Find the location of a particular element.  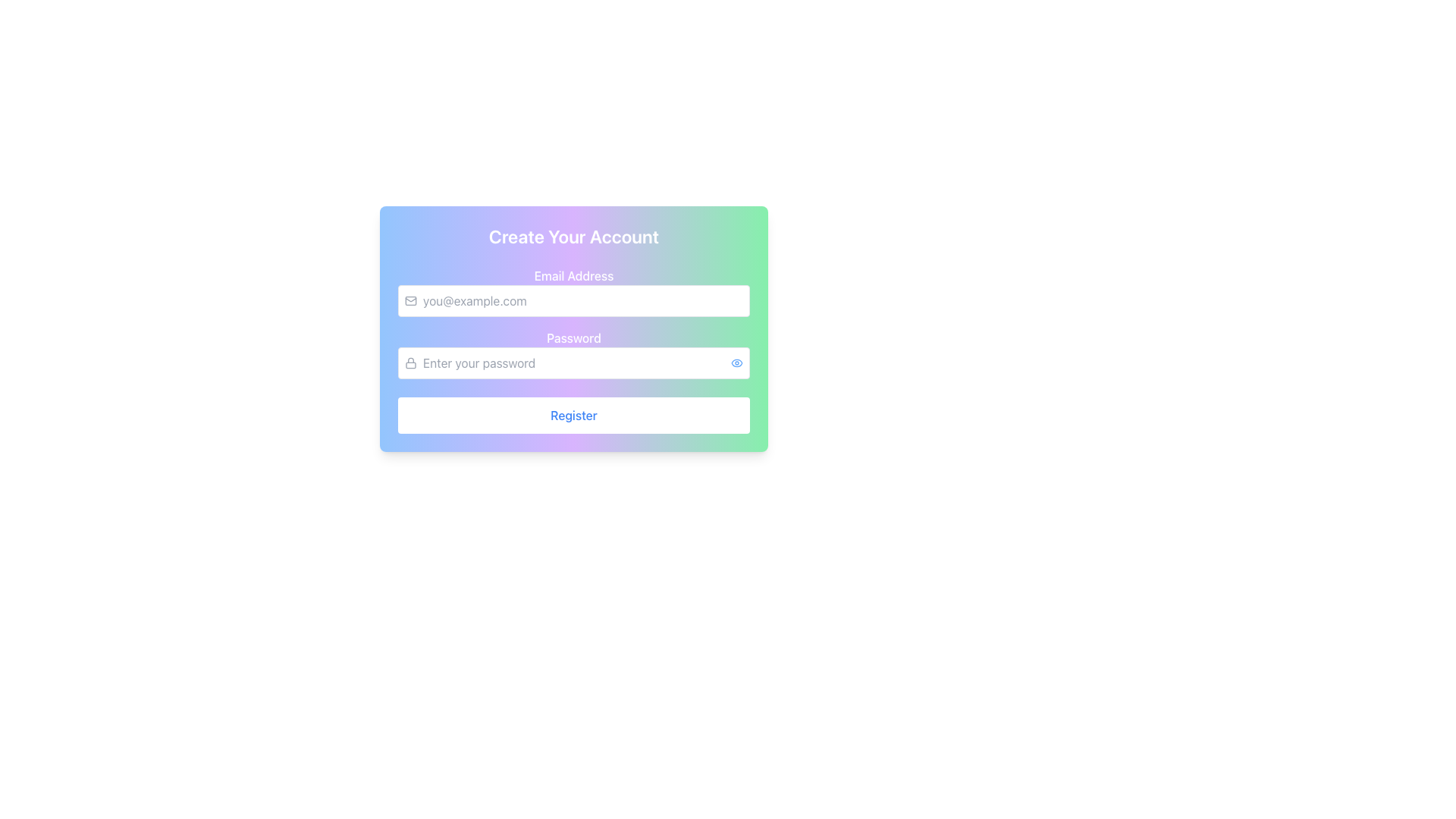

the eye icon represented as a hollow elongated shape with a smaller circle inside, located just to the right of the password input field in the user registration form is located at coordinates (736, 362).